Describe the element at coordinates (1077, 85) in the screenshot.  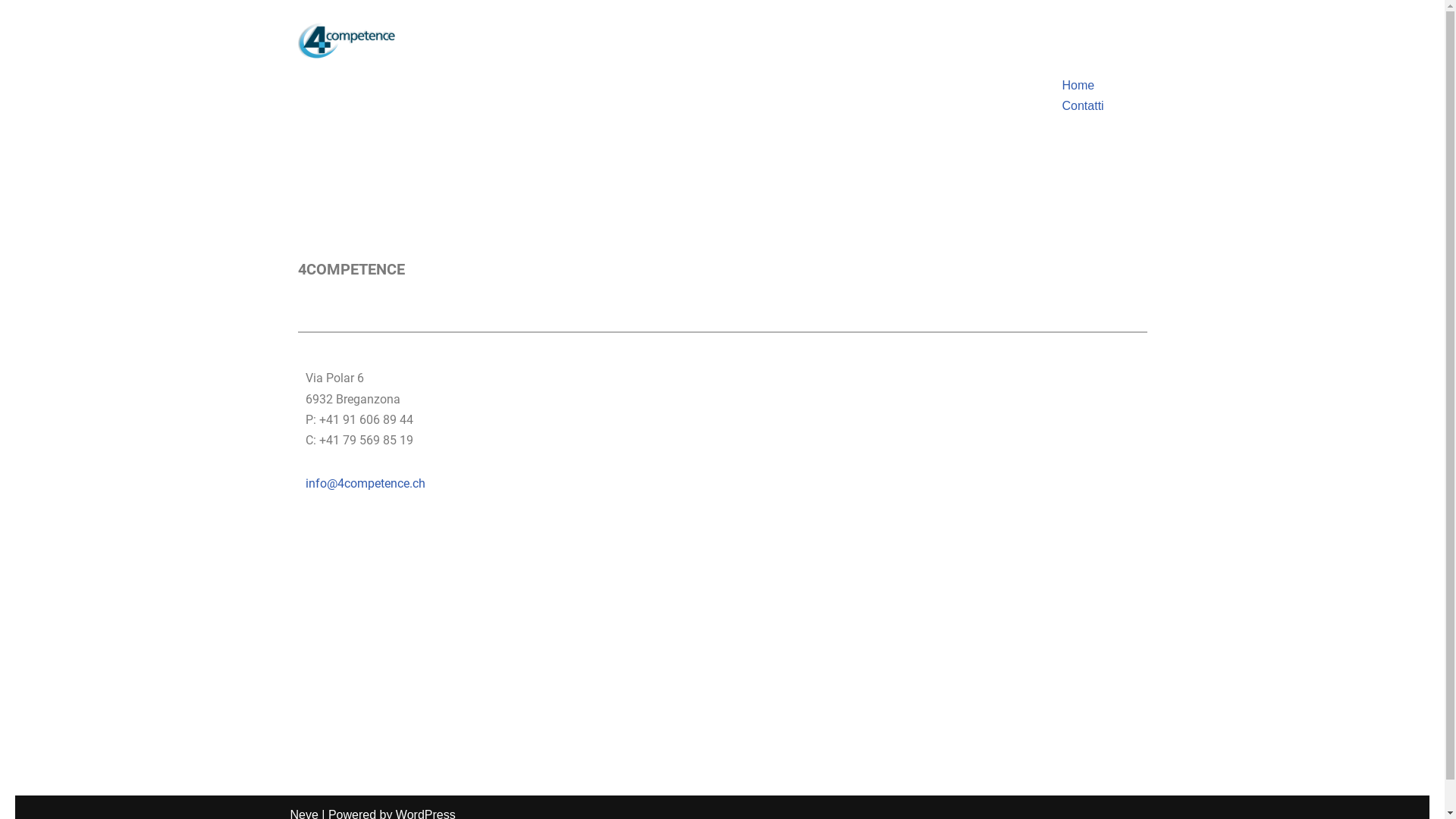
I see `'Home'` at that location.